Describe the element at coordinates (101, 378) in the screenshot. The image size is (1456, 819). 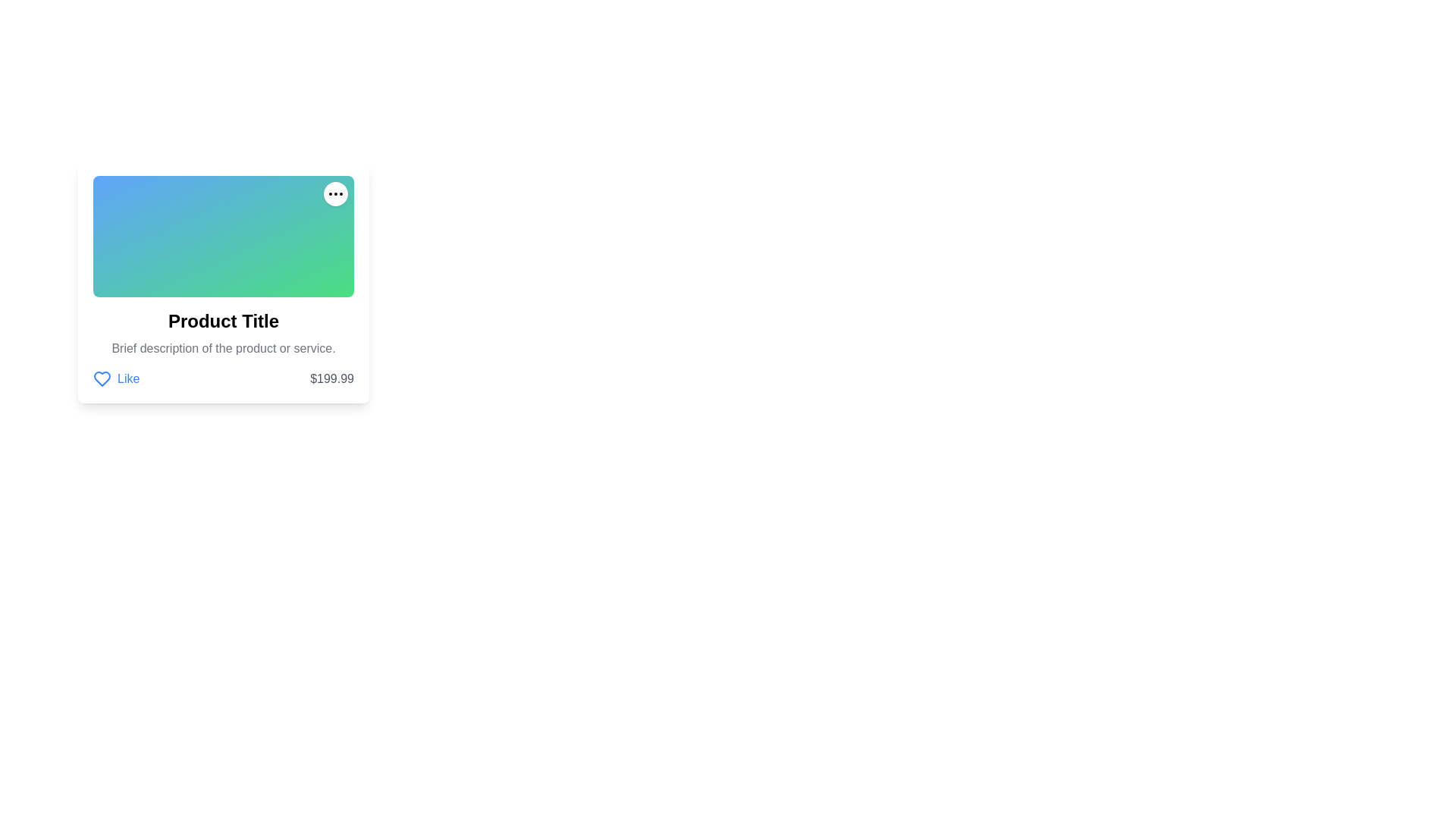
I see `the like icon located in the lower-left region of the product card, aligned with the 'Like' text label` at that location.